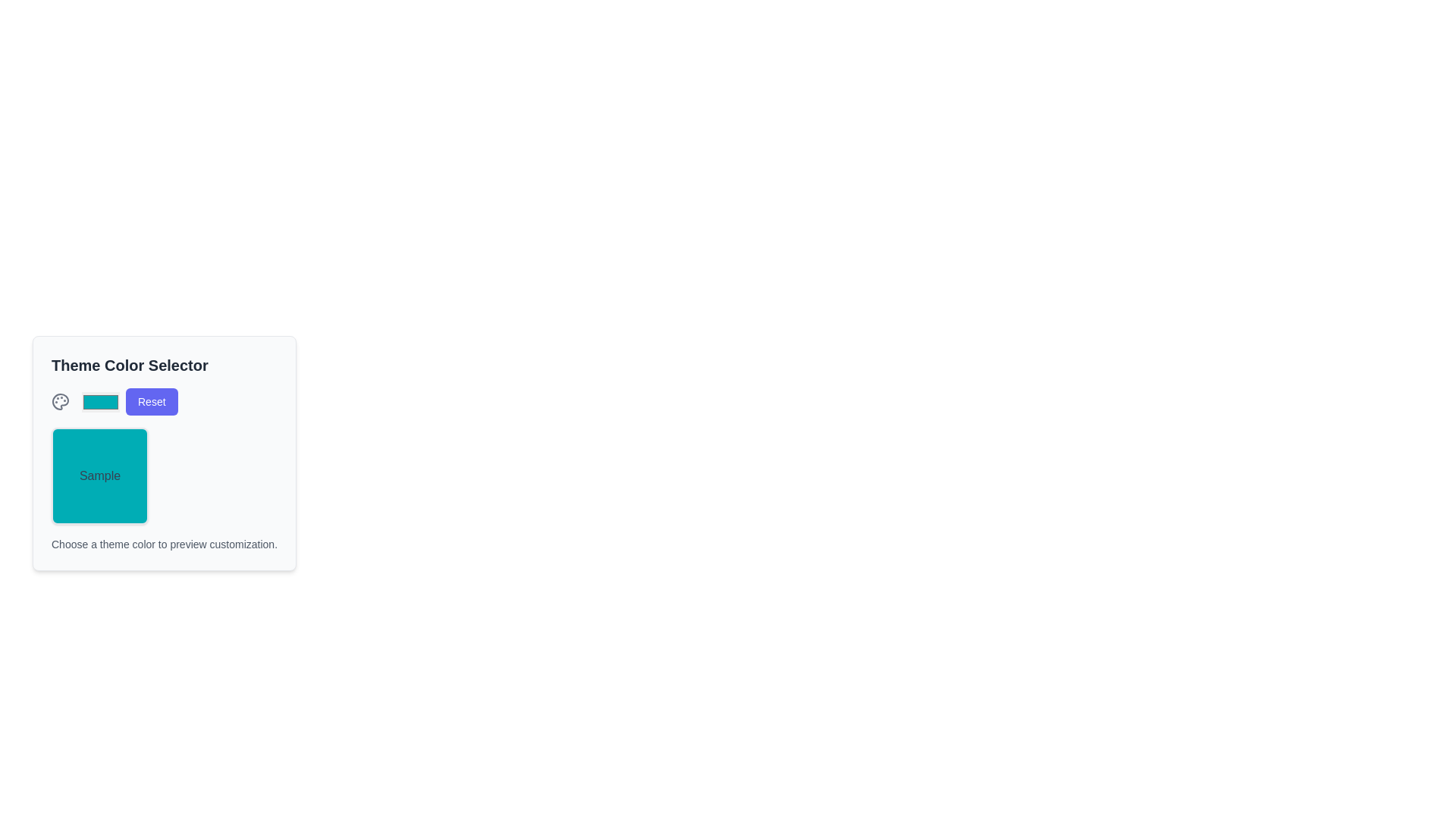  I want to click on instructional text from the Text Label located at the bottom of the 'Theme Color Selector' section, styled in grayish tone (#gray-600), so click(164, 543).